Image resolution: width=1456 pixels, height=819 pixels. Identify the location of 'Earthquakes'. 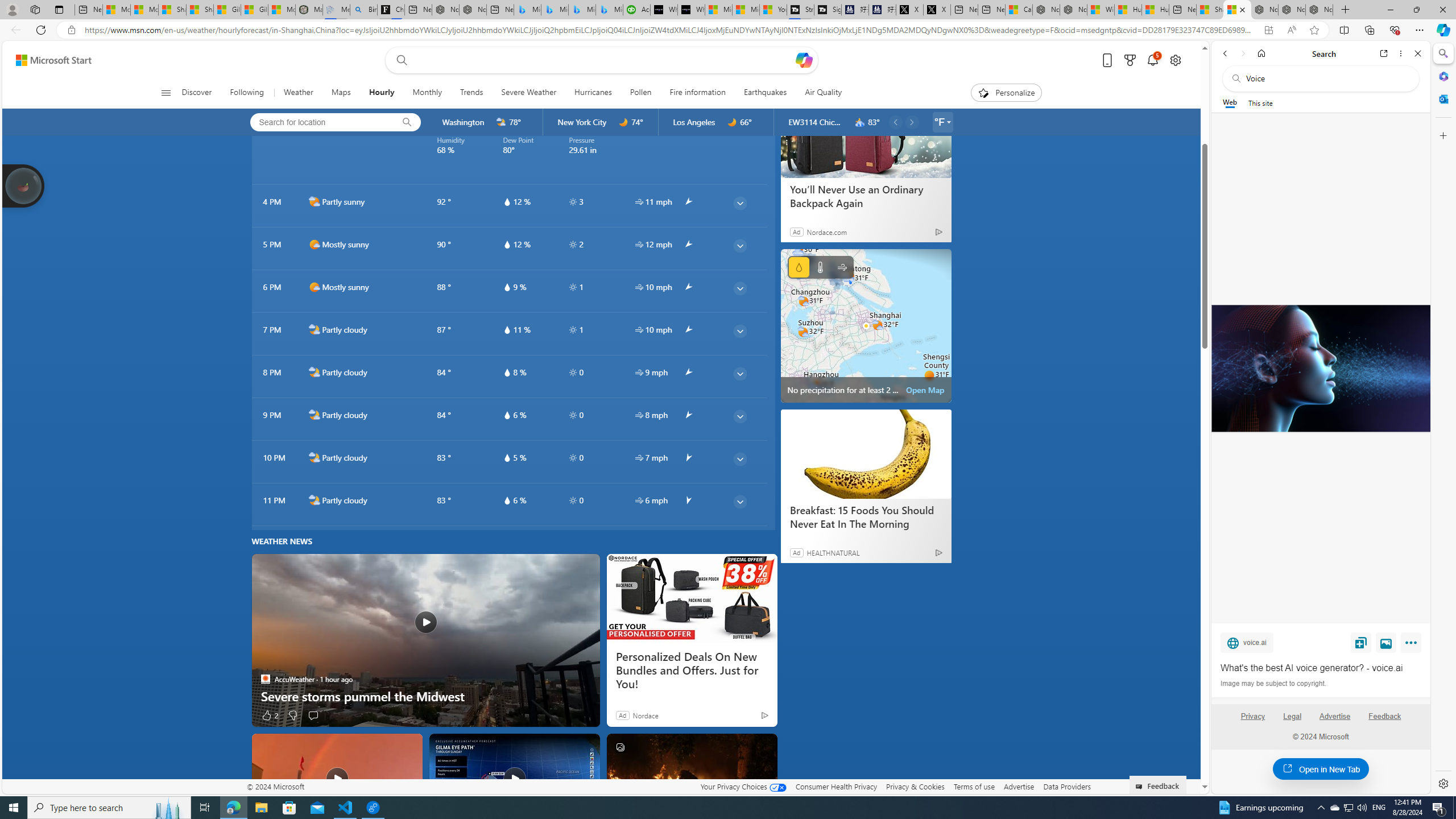
(765, 92).